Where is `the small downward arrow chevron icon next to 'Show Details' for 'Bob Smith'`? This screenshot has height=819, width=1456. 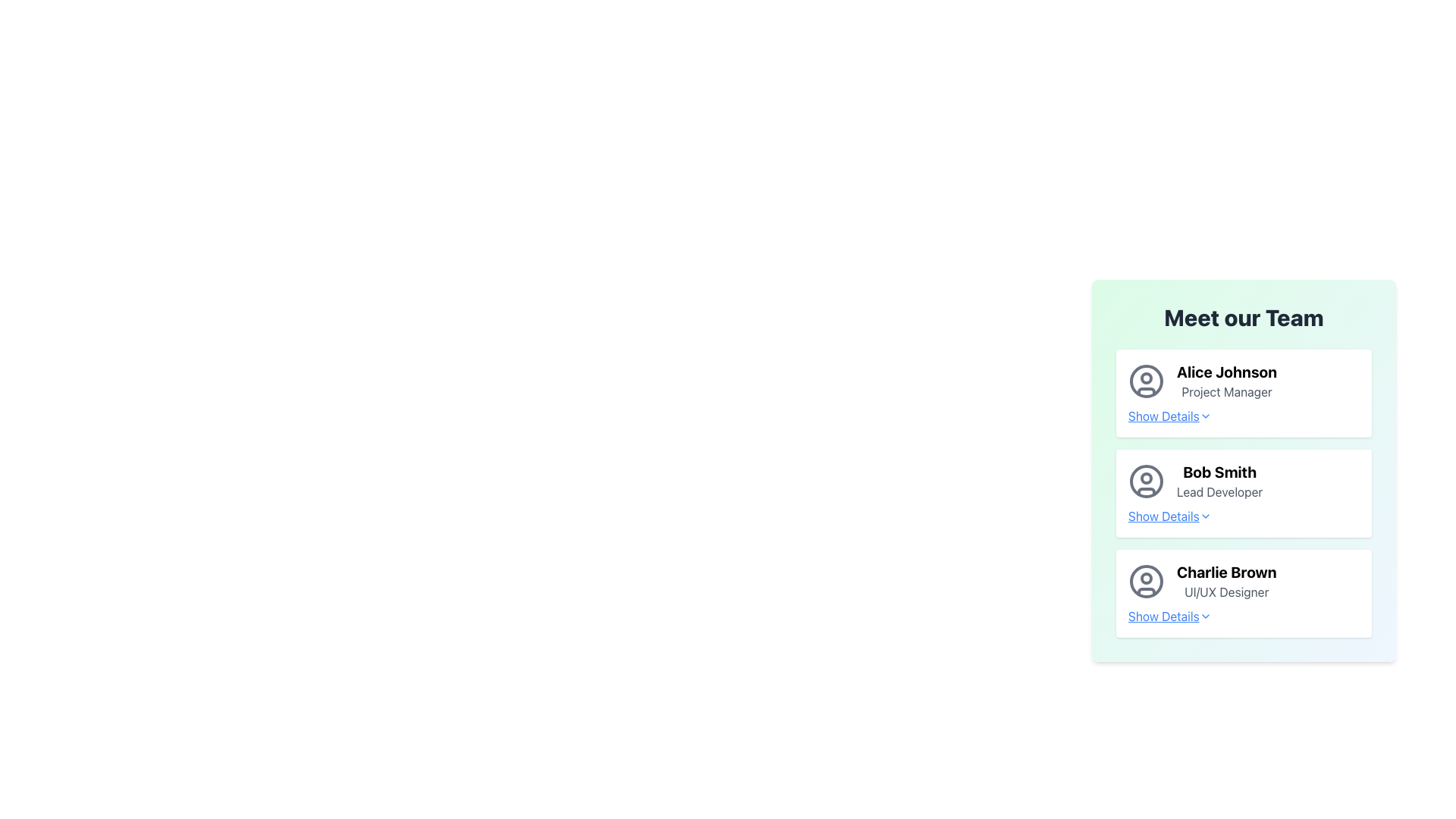 the small downward arrow chevron icon next to 'Show Details' for 'Bob Smith' is located at coordinates (1204, 516).